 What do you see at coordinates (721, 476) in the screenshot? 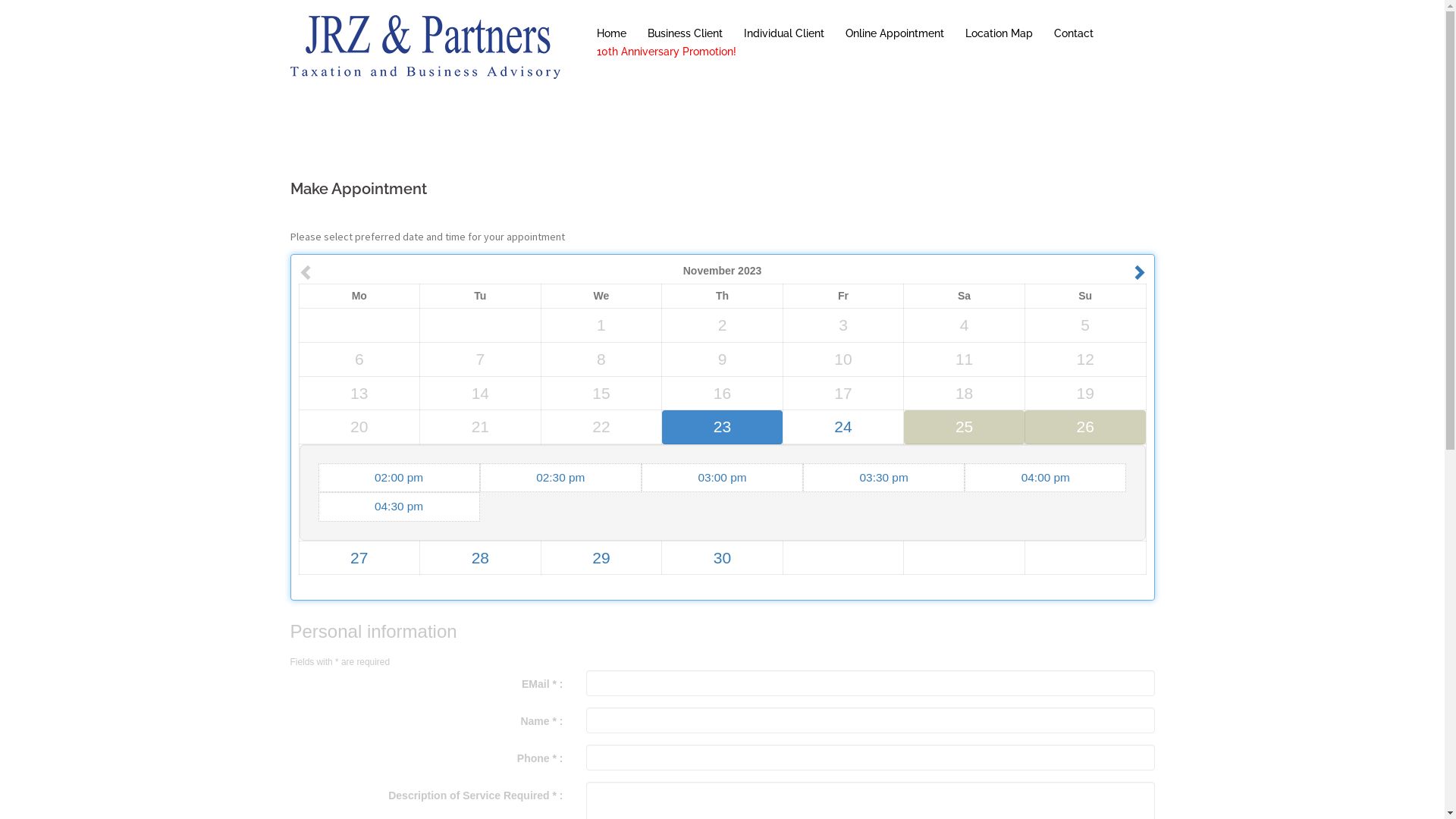
I see `'03:00 pm'` at bounding box center [721, 476].